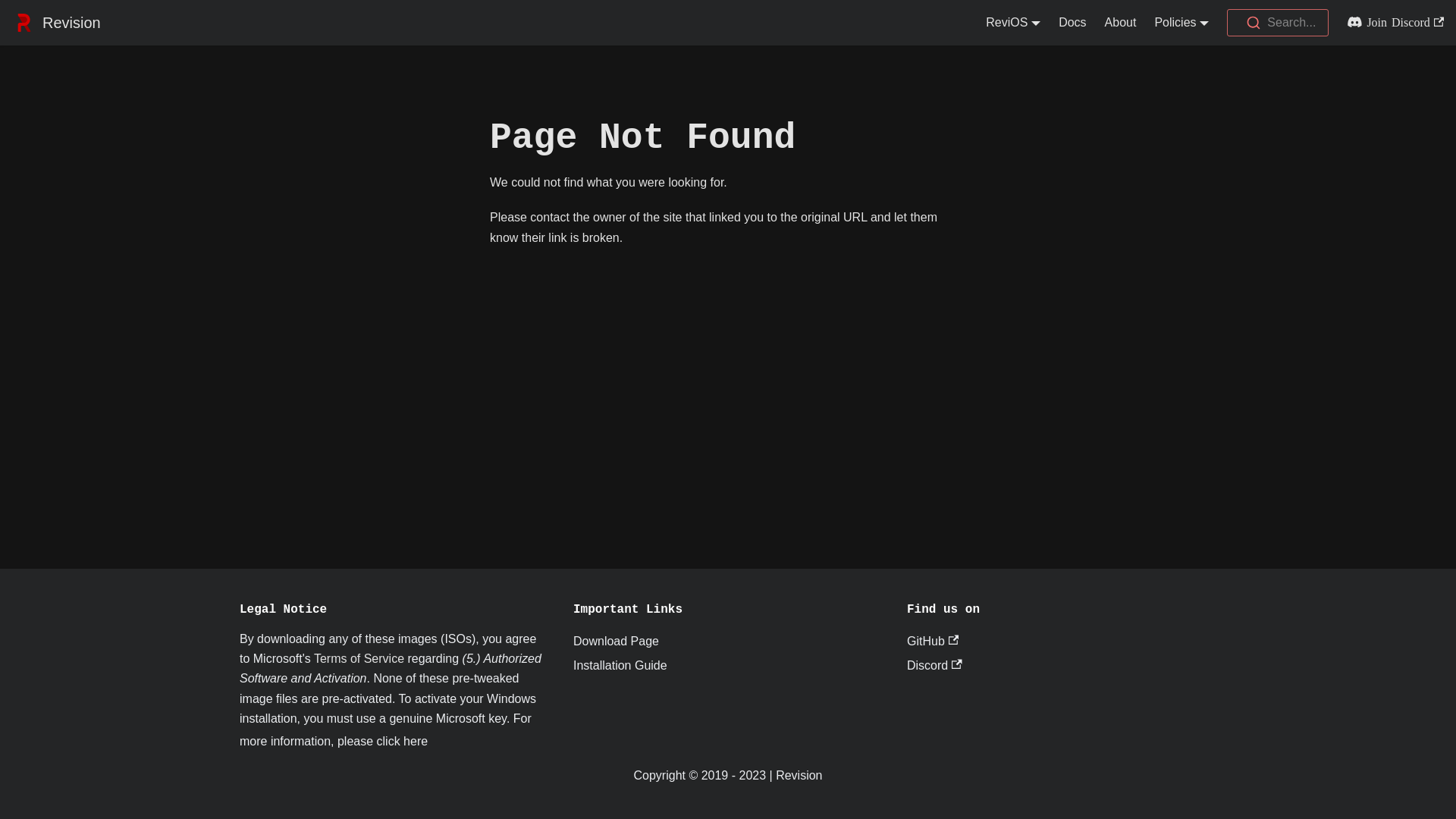  I want to click on 'Join Discord', so click(1337, 23).